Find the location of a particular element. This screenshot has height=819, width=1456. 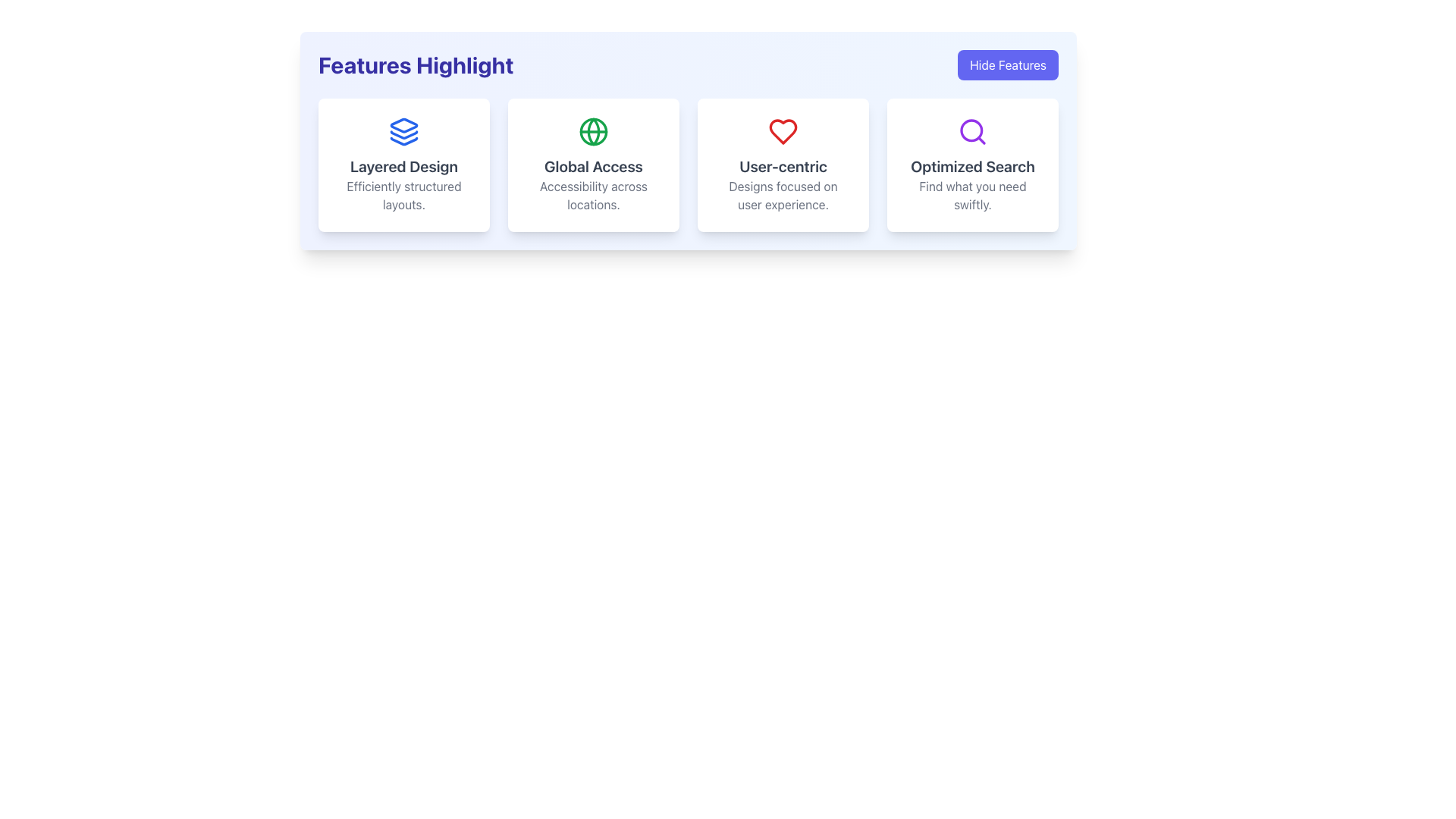

the Informational Card that has a red heart icon at the top, bold 'User-centric' text in dark gray, and a smaller description text below it, positioned between the 'Global Access' and 'Optimized Search' cards is located at coordinates (783, 165).